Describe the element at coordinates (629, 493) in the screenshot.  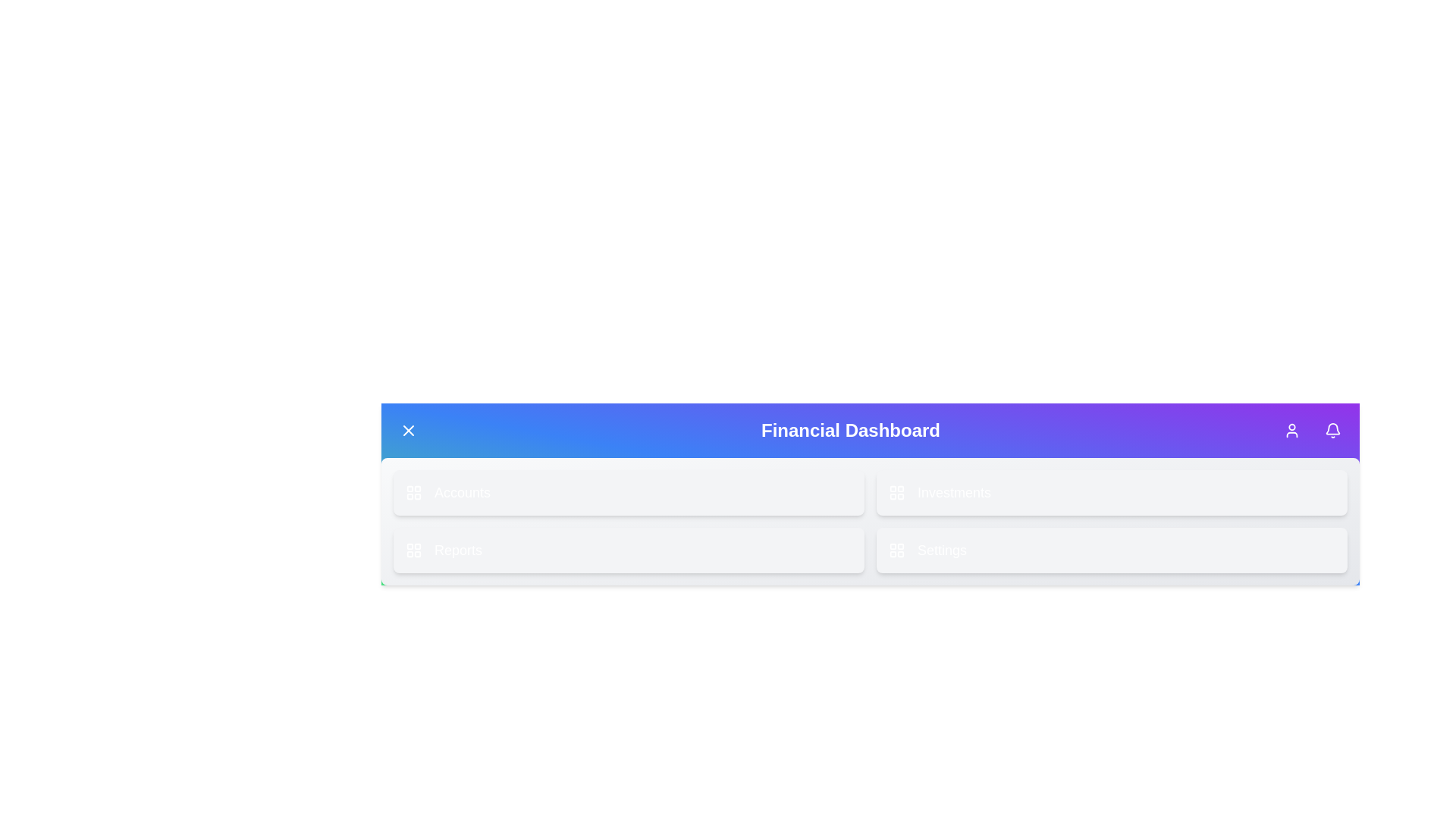
I see `the 'Accounts' button to navigate to the Accounts section` at that location.